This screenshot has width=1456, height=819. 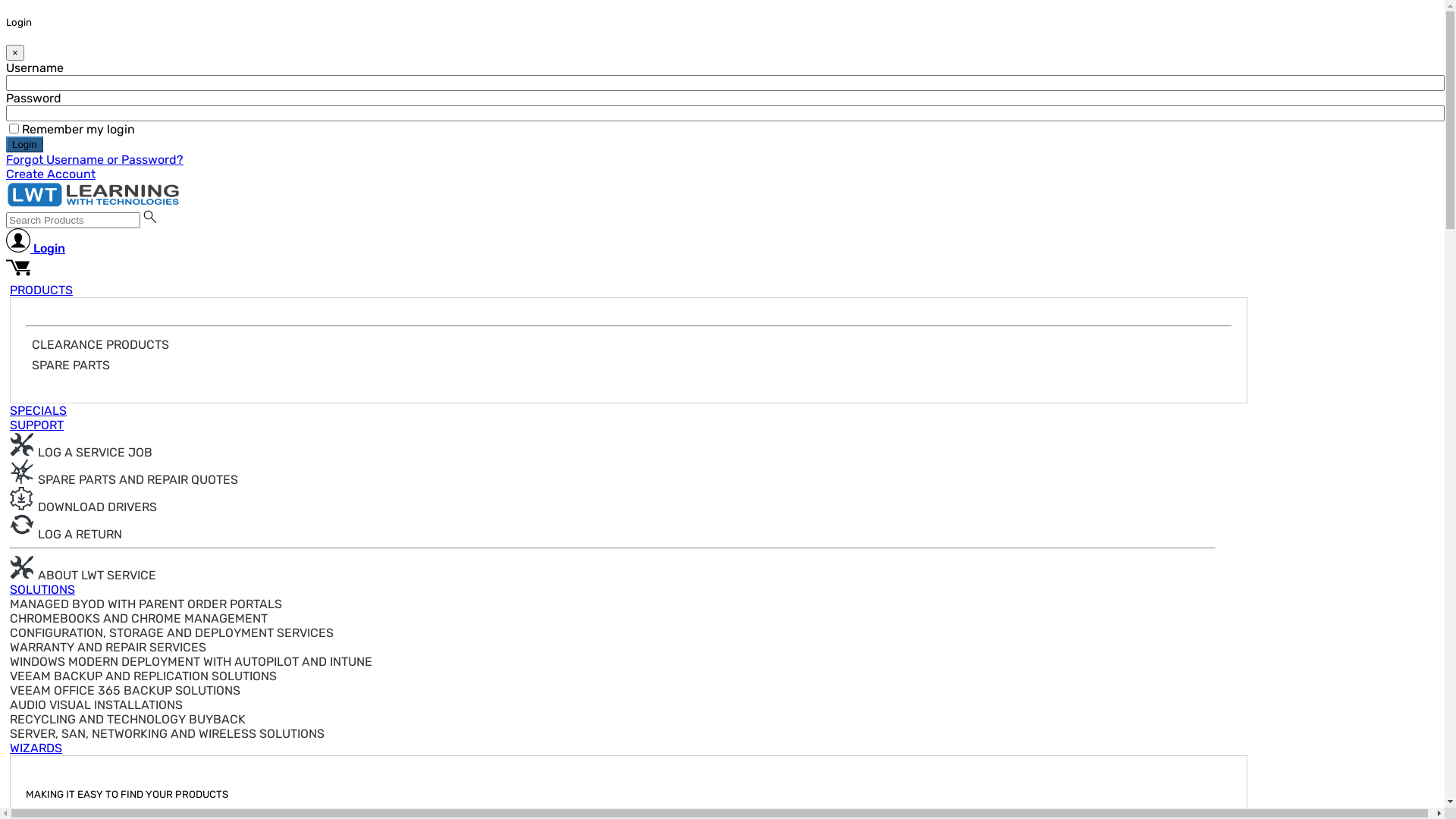 What do you see at coordinates (42, 588) in the screenshot?
I see `'SOLUTIONS'` at bounding box center [42, 588].